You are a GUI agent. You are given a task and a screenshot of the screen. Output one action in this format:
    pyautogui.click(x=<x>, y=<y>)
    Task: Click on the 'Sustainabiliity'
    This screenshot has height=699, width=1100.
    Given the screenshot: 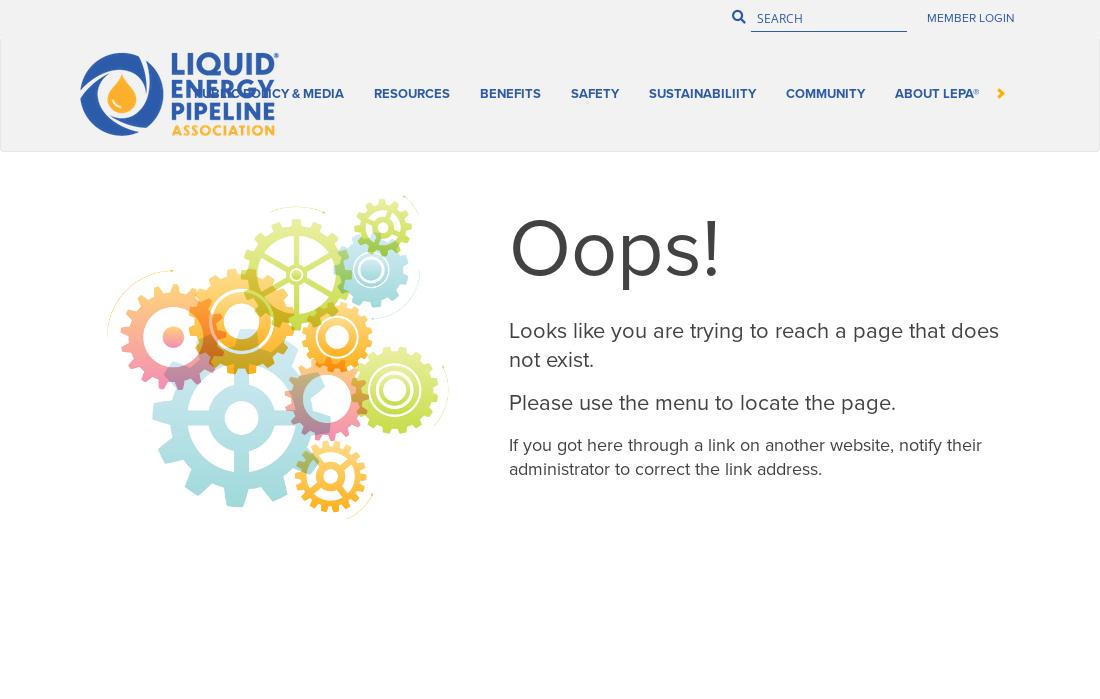 What is the action you would take?
    pyautogui.click(x=951, y=87)
    